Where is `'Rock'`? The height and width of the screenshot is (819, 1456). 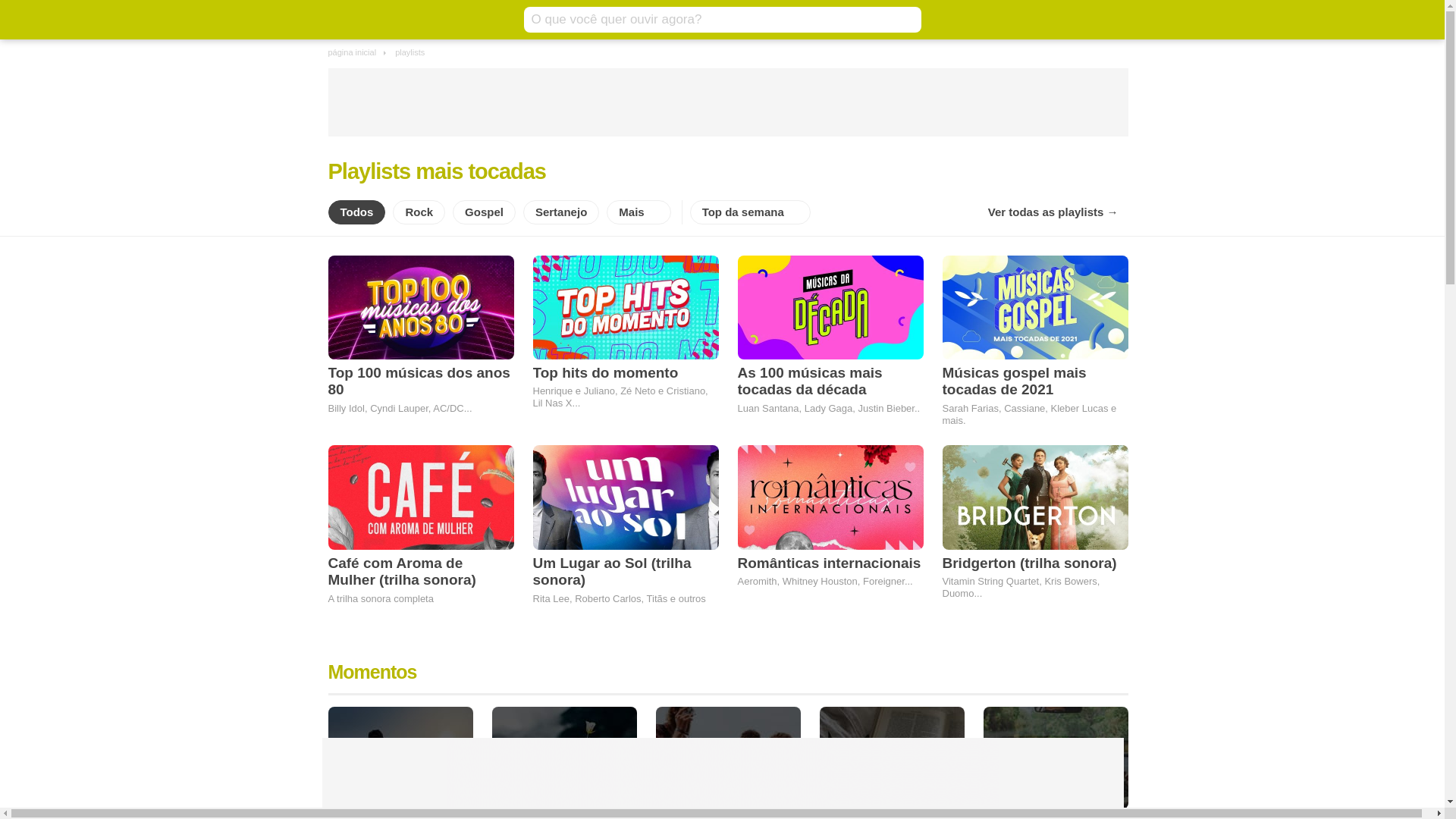 'Rock' is located at coordinates (419, 212).